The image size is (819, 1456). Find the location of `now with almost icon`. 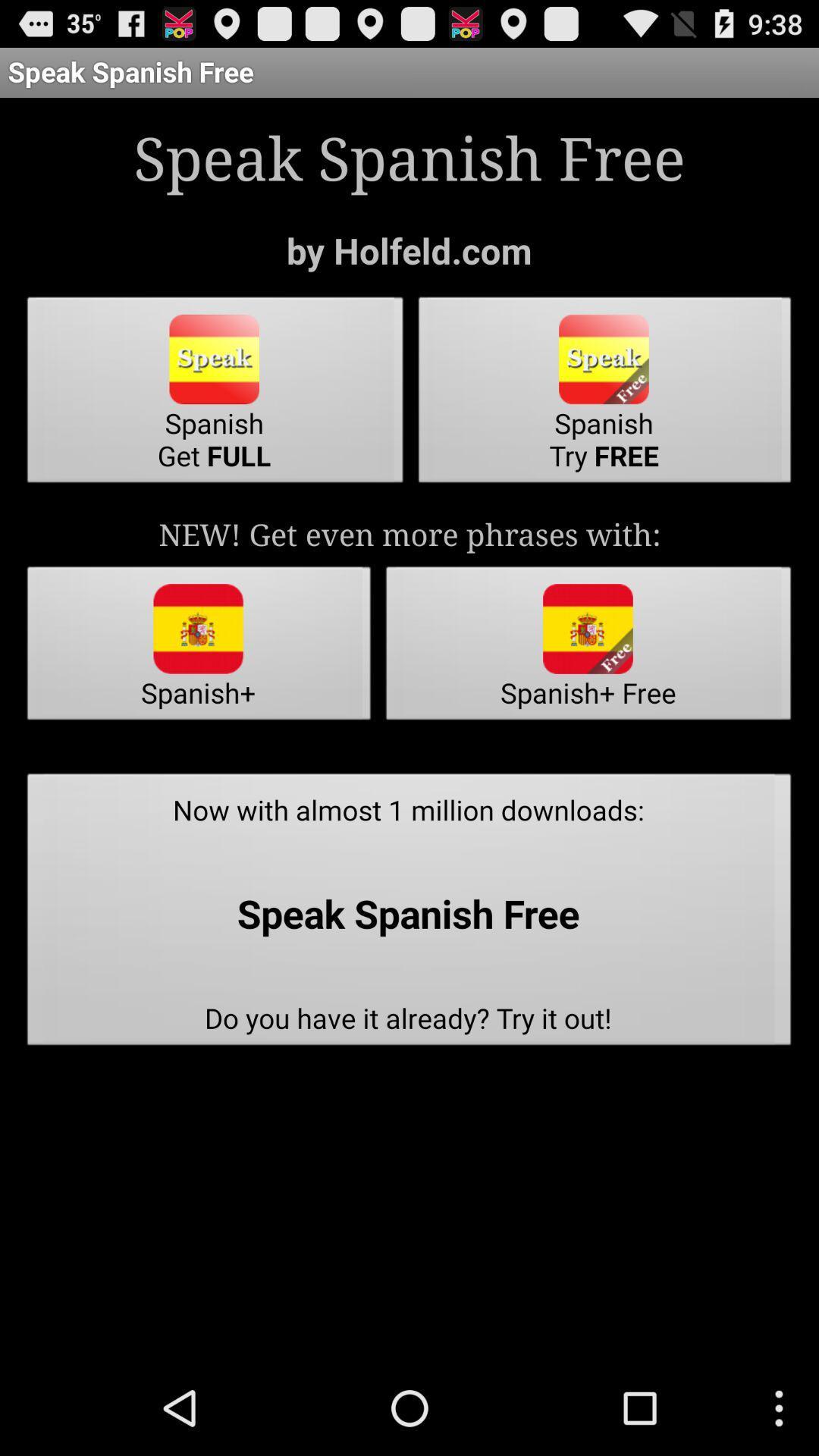

now with almost icon is located at coordinates (409, 913).